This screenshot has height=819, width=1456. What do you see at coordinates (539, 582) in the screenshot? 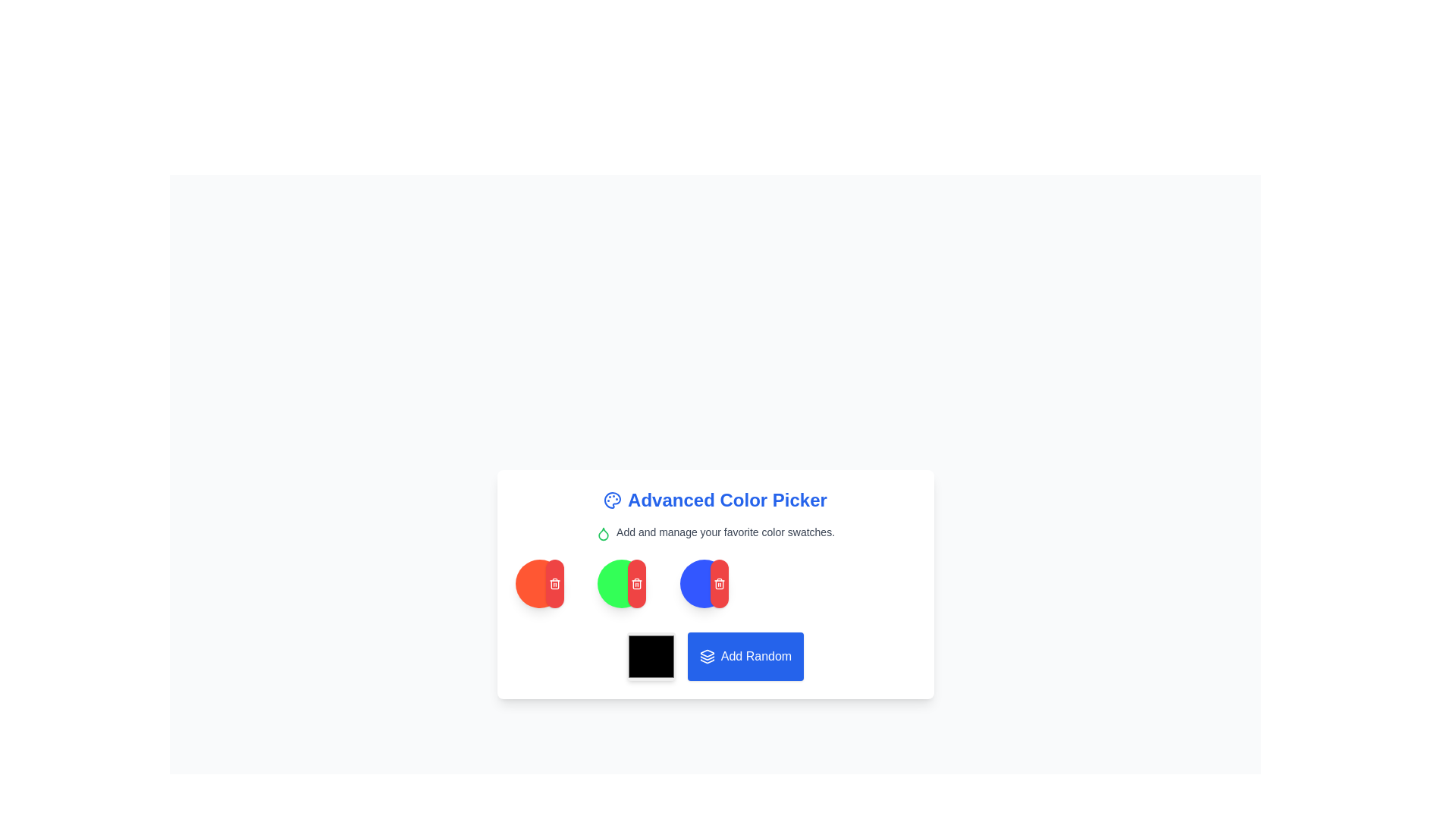
I see `the trash icon on the red circular color swatch` at bounding box center [539, 582].